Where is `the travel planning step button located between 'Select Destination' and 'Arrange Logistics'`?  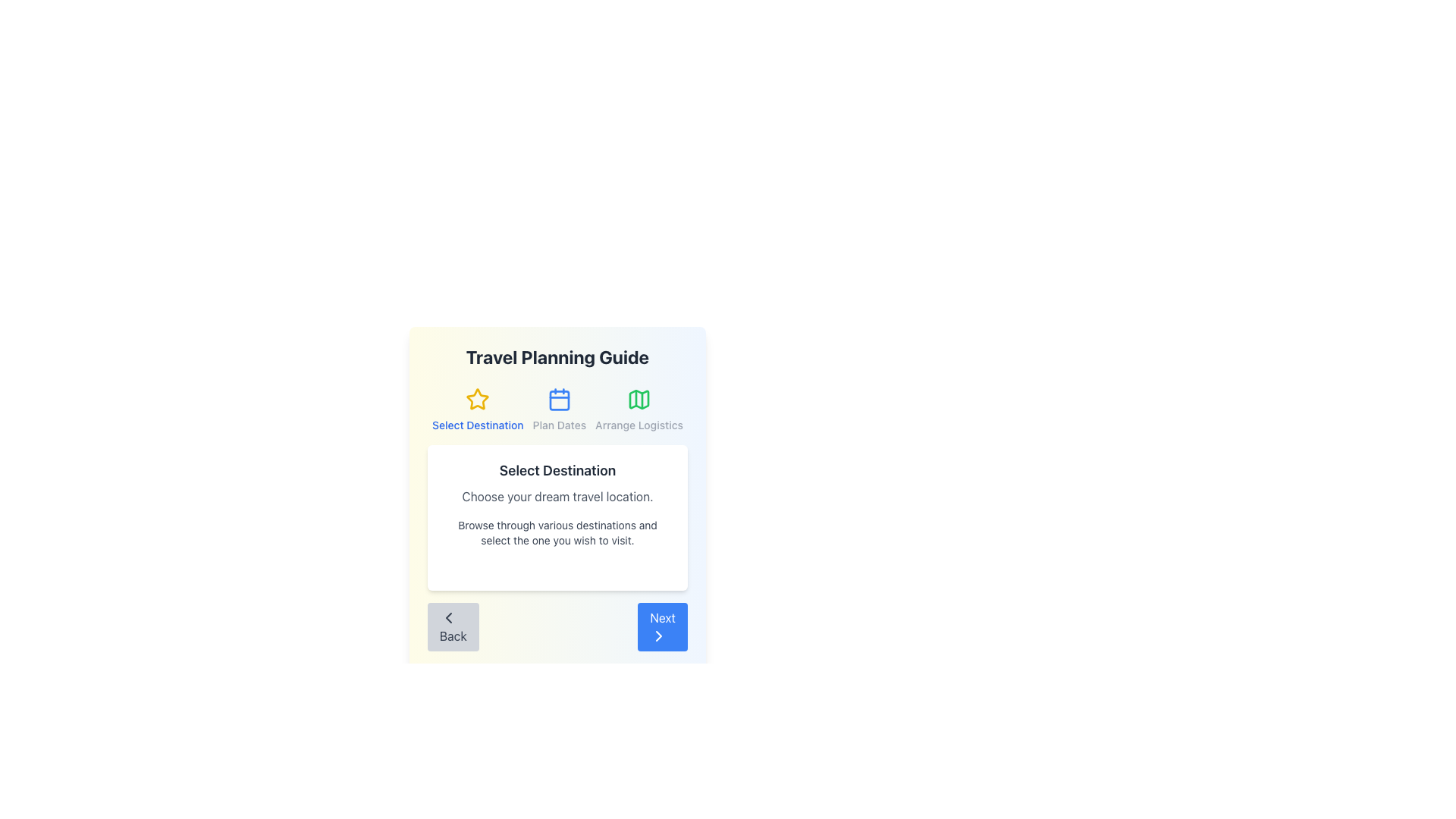
the travel planning step button located between 'Select Destination' and 'Arrange Logistics' is located at coordinates (558, 409).